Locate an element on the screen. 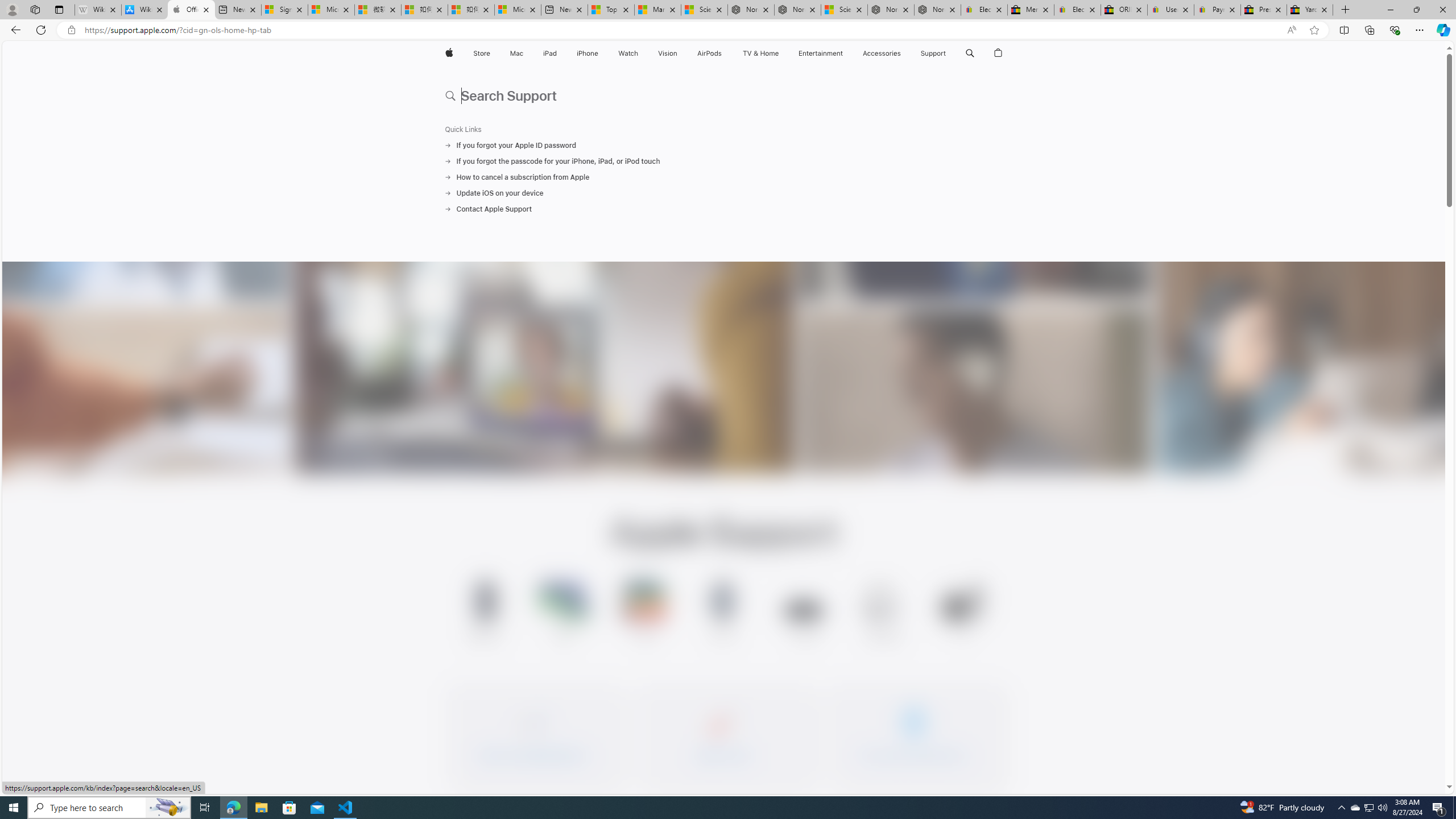 The image size is (1456, 819). 'Vision' is located at coordinates (668, 53).